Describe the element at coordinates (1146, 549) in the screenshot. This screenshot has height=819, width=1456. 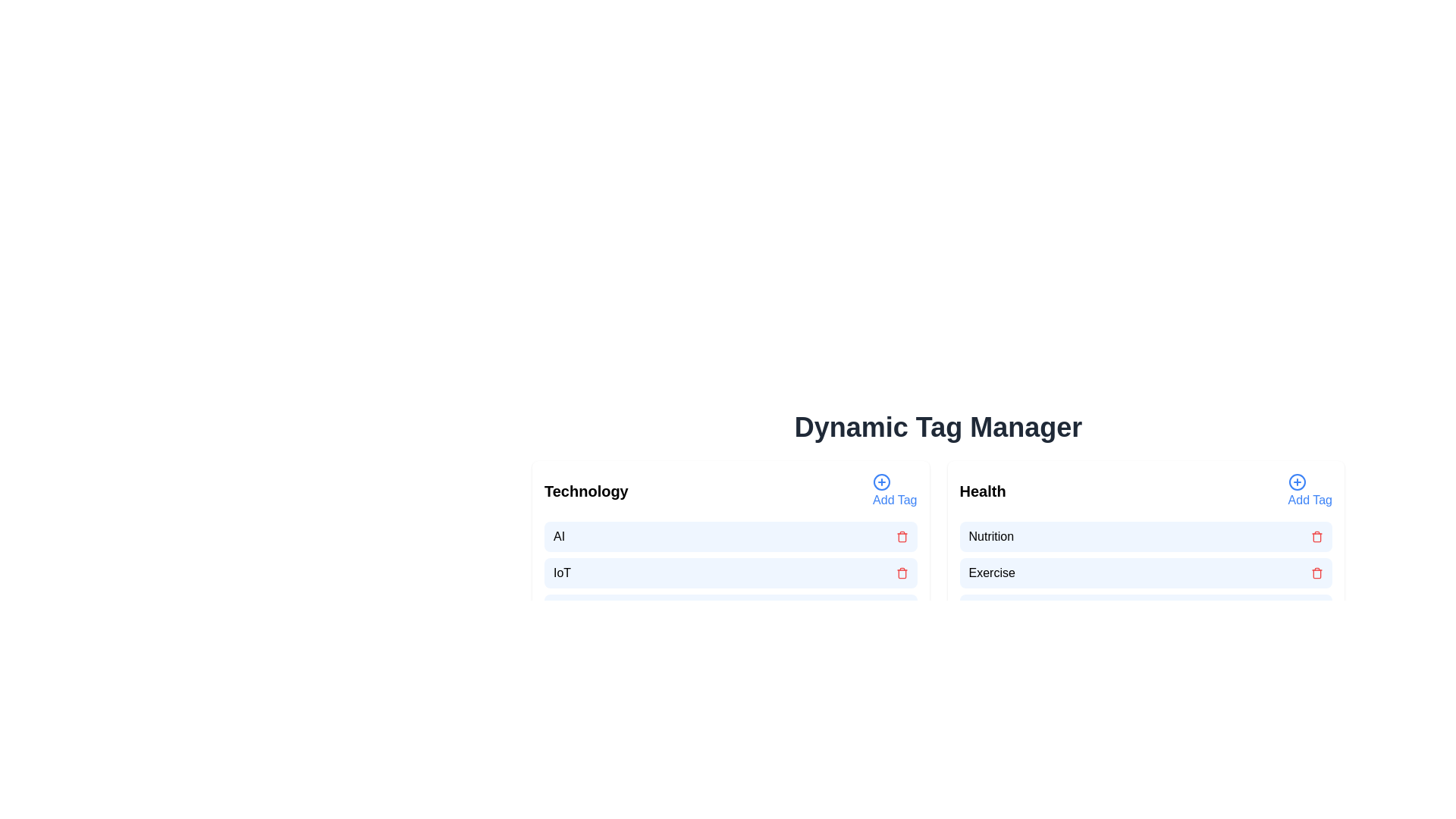
I see `the tags in the categorized tag management card labeled 'Health'` at that location.